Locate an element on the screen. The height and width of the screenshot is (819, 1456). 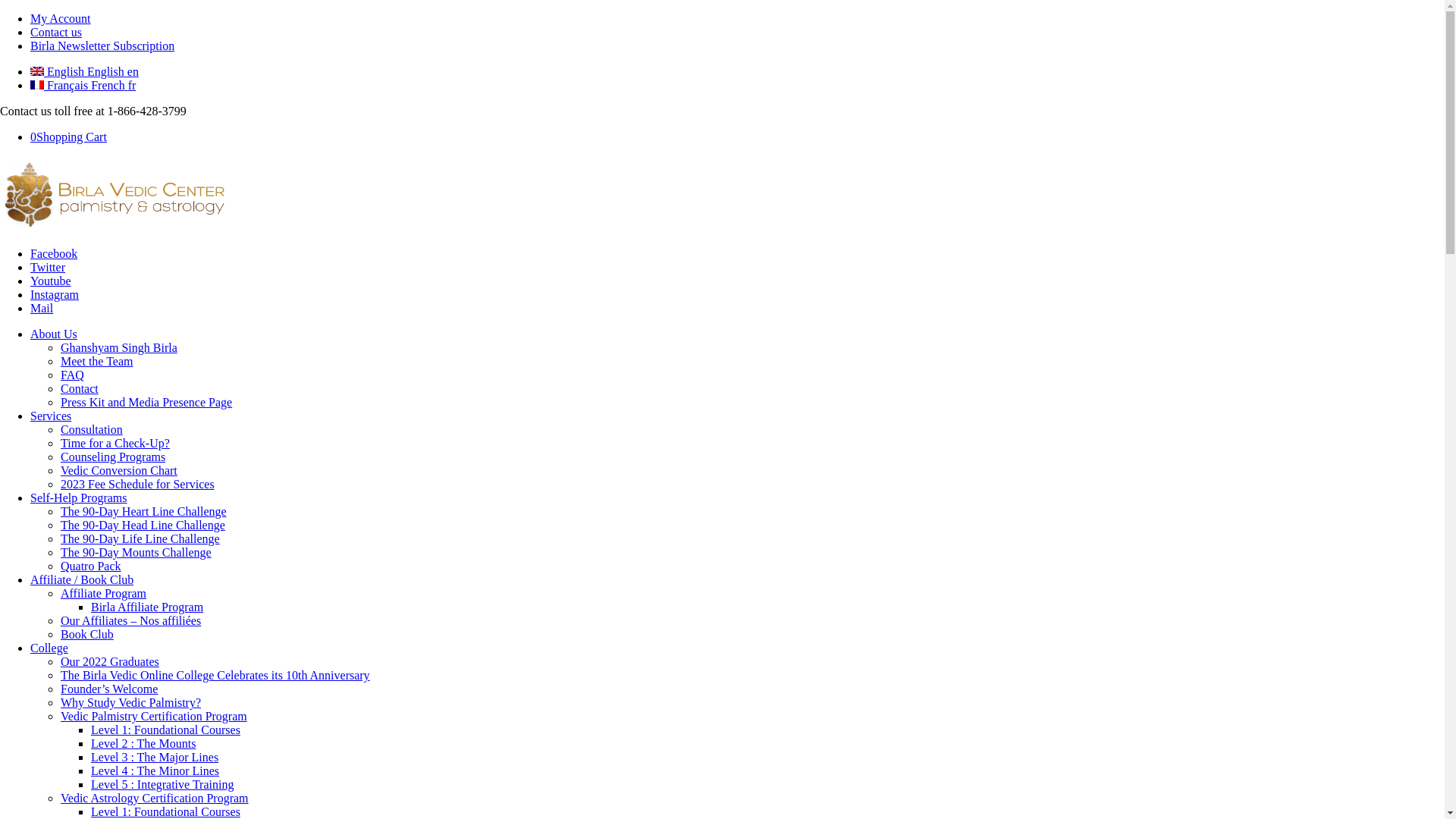
'Level 2 : The Mounts' is located at coordinates (143, 742).